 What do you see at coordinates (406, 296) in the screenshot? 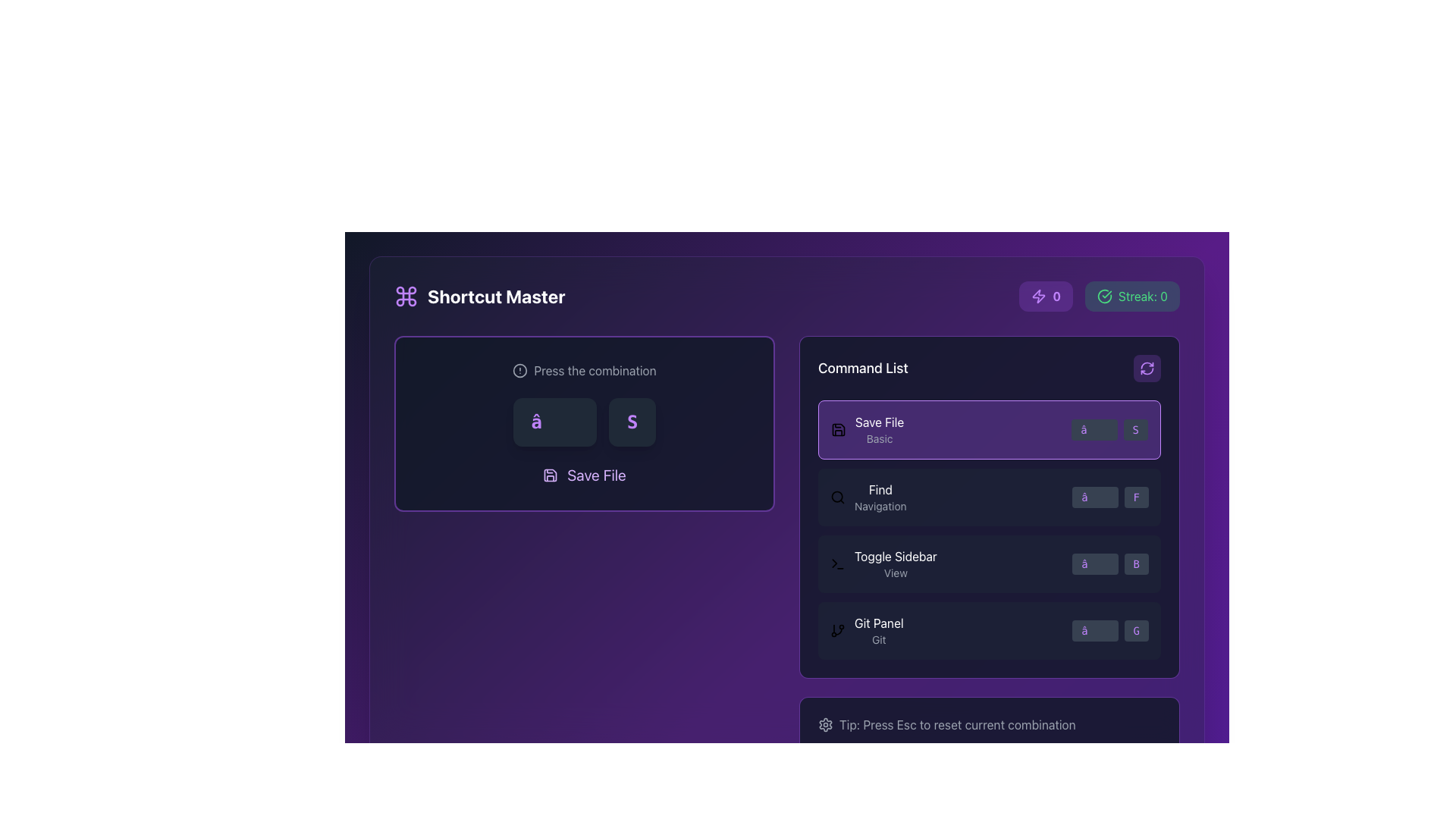
I see `icon located in the top-left portion of the interface, adjacent to the 'Shortcut Master' label` at bounding box center [406, 296].